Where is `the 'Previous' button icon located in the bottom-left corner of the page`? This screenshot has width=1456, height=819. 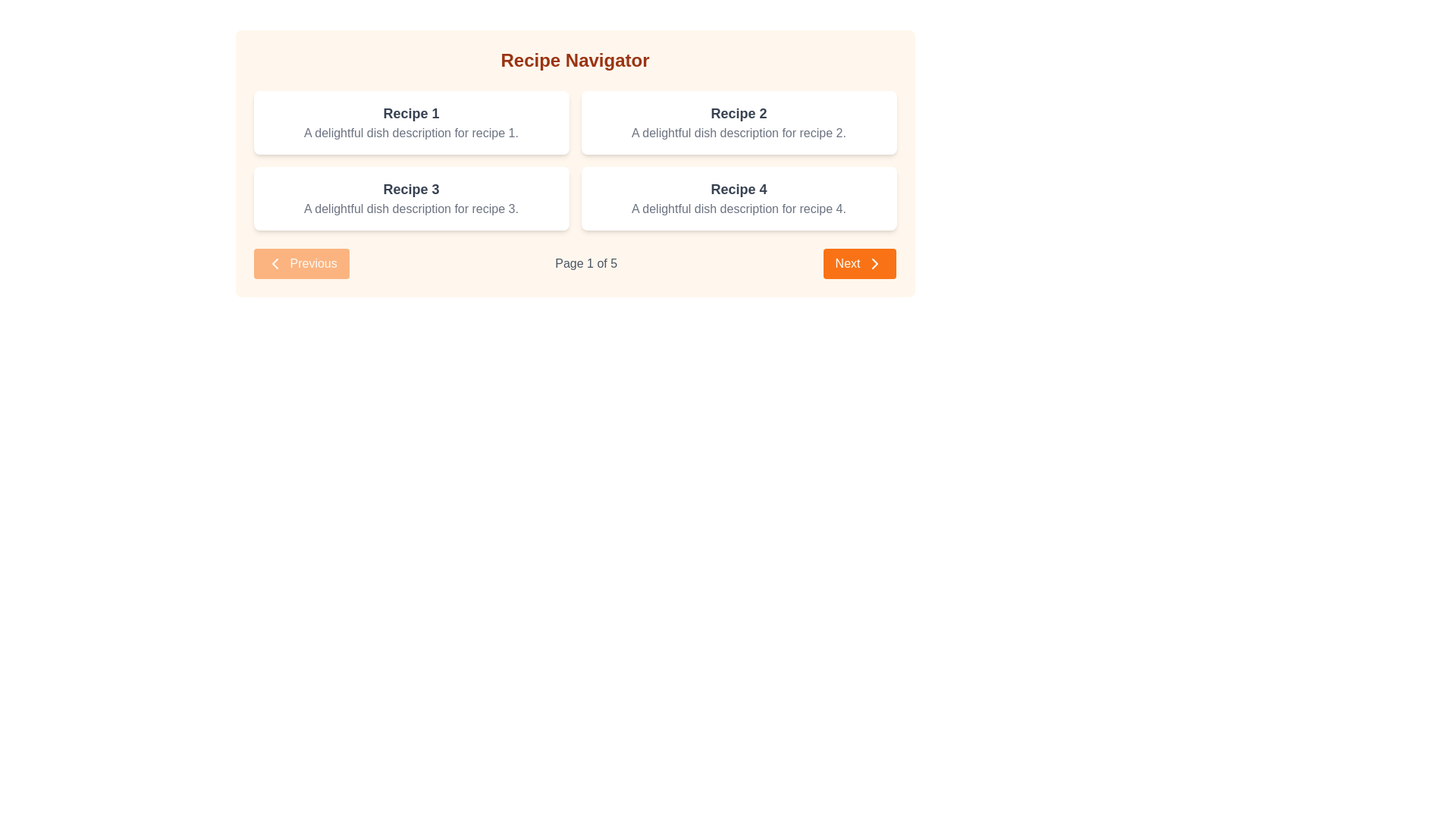 the 'Previous' button icon located in the bottom-left corner of the page is located at coordinates (275, 262).